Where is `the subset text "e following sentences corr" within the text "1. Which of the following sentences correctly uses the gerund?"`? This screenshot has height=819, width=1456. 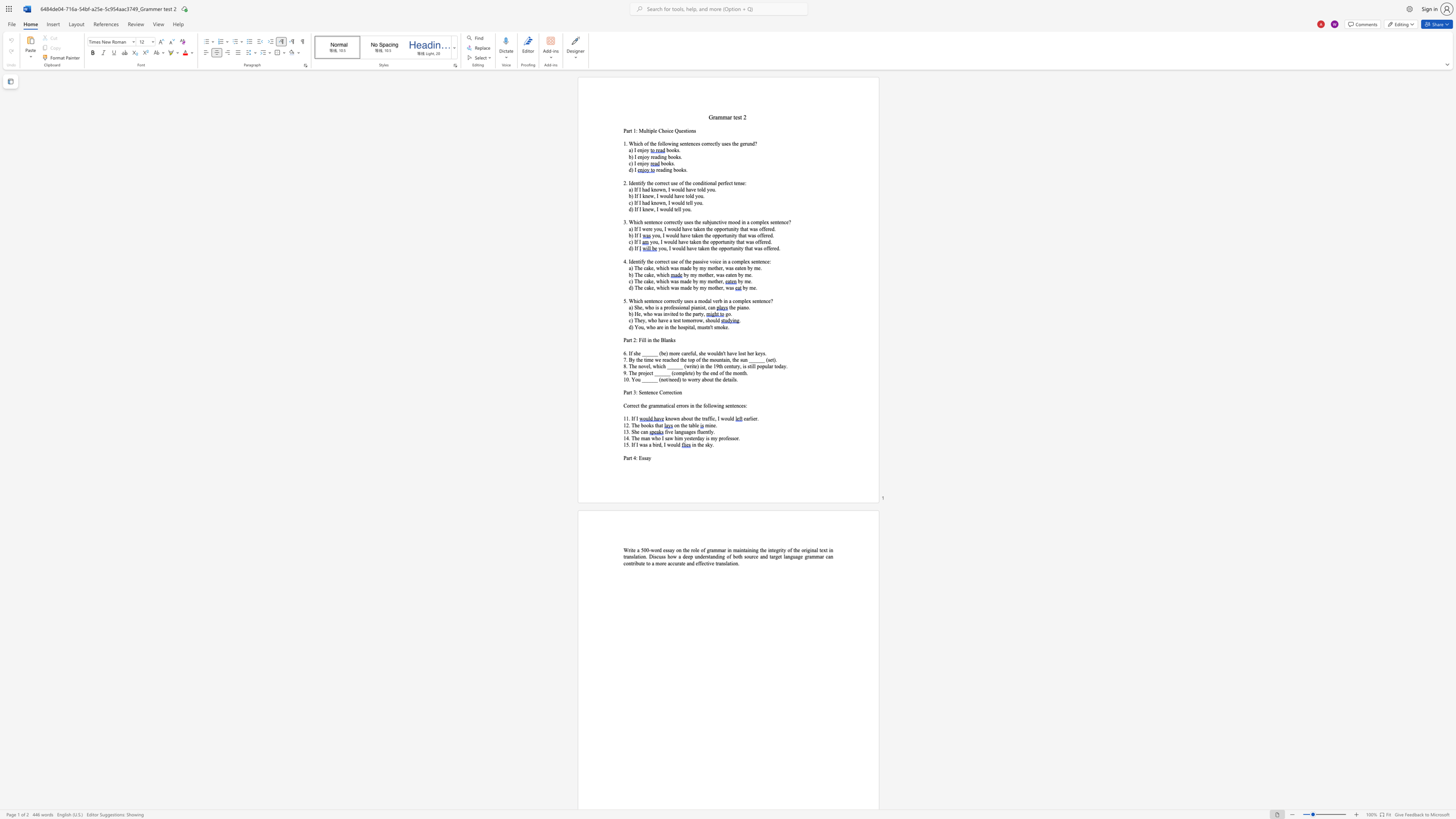
the subset text "e following sentences corr" within the text "1. Which of the following sentences correctly uses the gerund?" is located at coordinates (653, 144).